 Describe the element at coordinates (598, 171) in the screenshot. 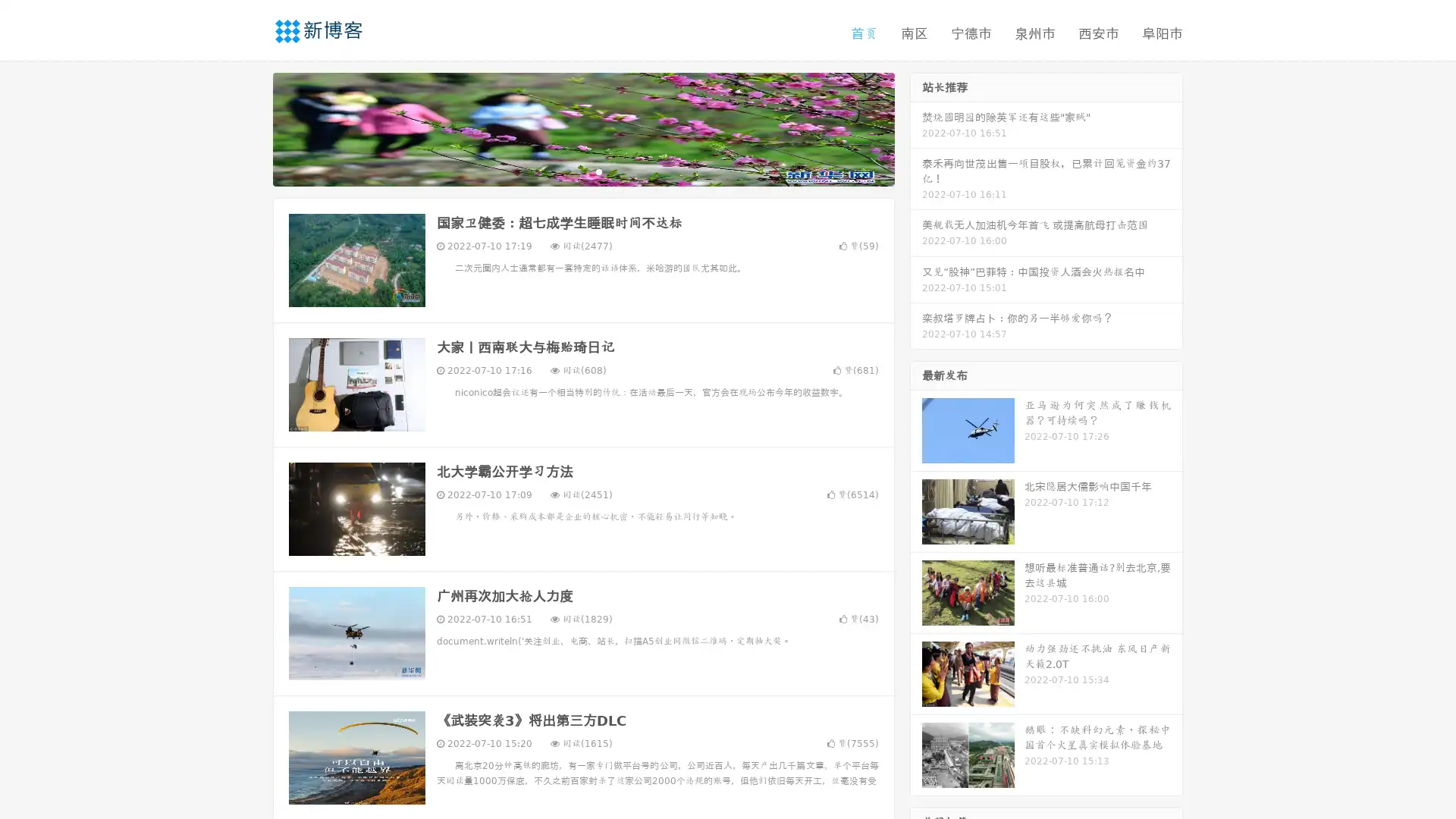

I see `Go to slide 3` at that location.